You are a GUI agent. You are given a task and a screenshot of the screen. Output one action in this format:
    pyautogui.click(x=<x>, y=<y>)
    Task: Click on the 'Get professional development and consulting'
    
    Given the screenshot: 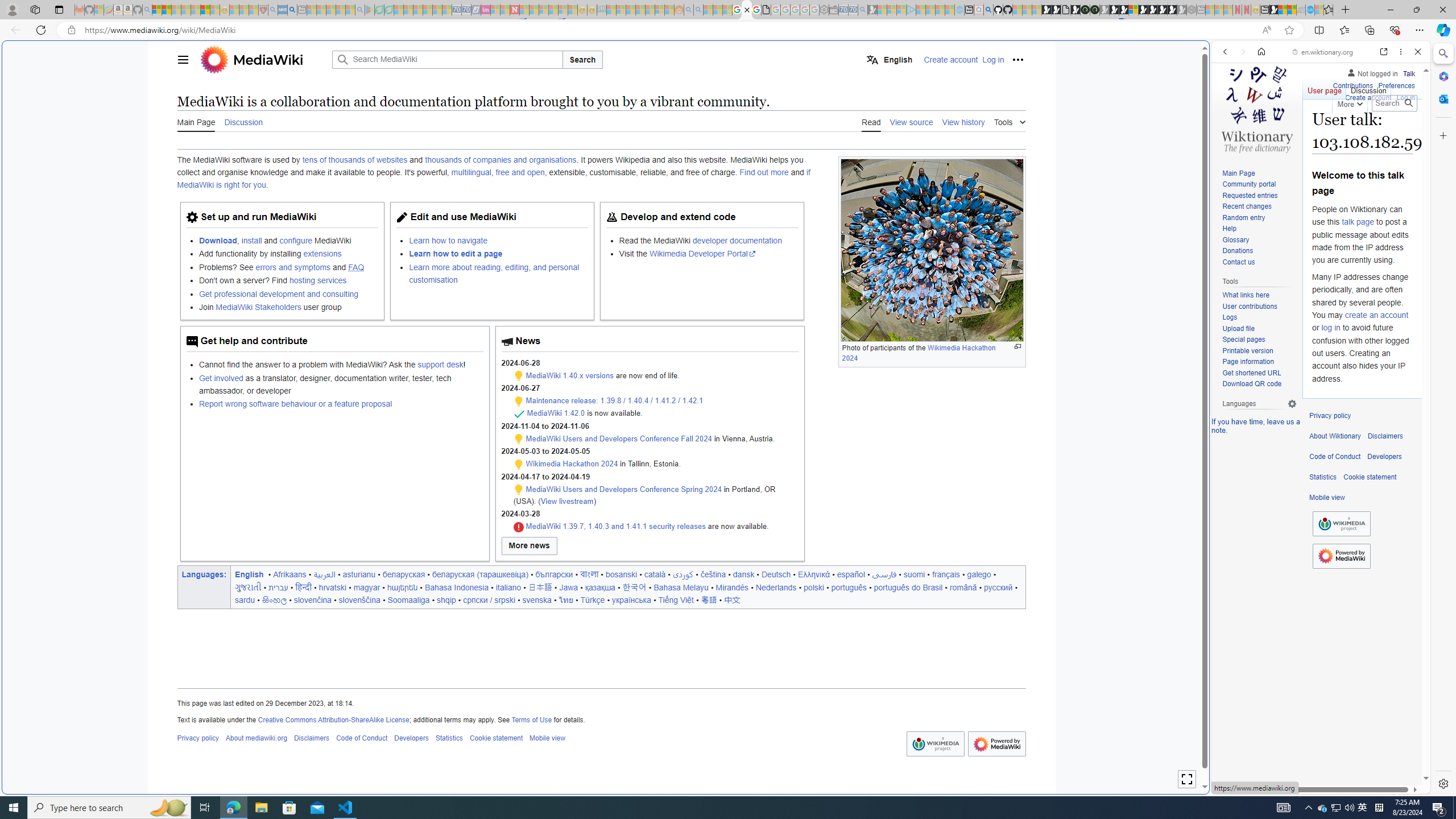 What is the action you would take?
    pyautogui.click(x=287, y=293)
    